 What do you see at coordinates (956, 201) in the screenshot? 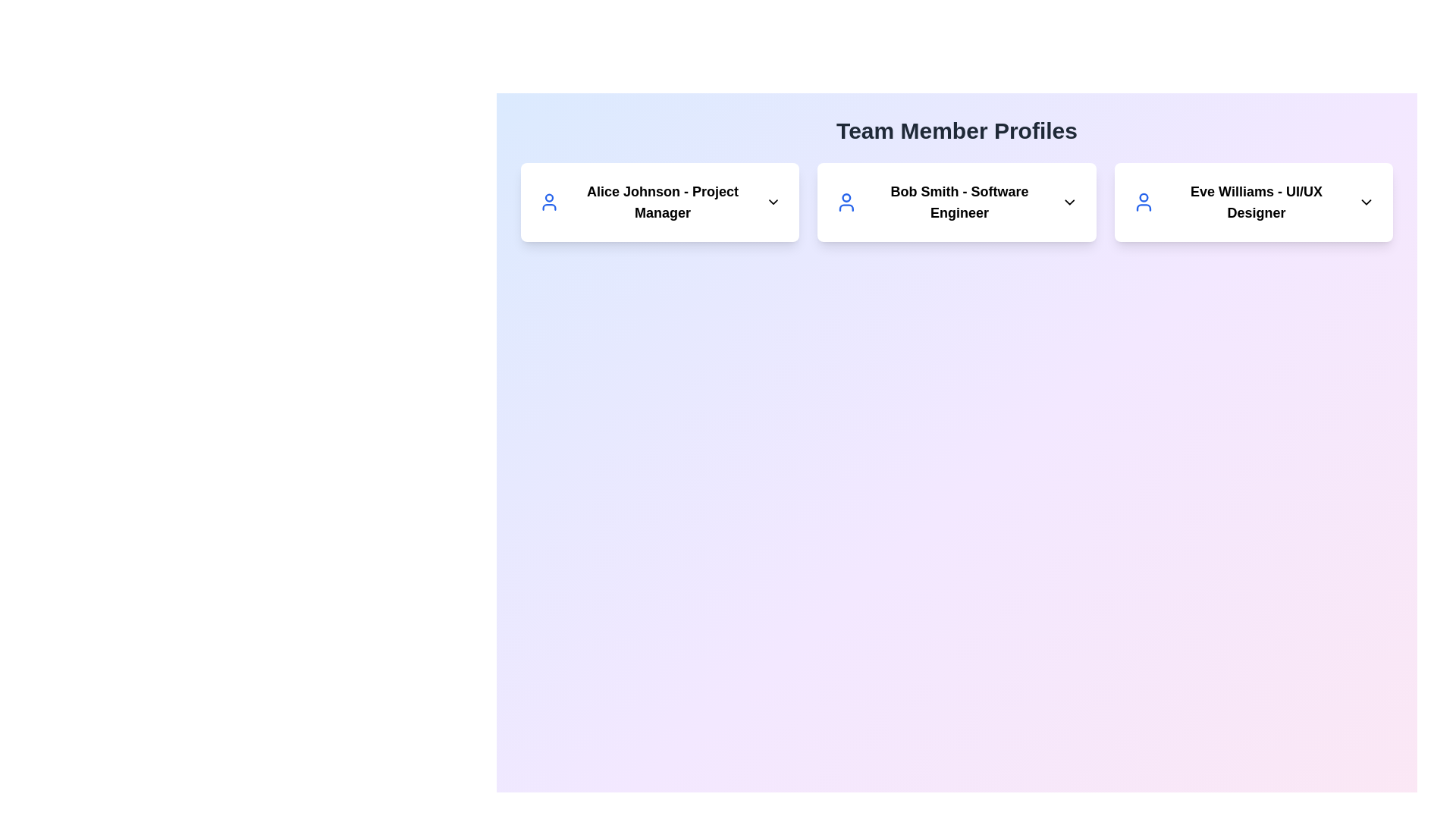
I see `the Profile card displaying 'Bob Smith - Software Engineer', which is the second card in the grid of team member profiles` at bounding box center [956, 201].